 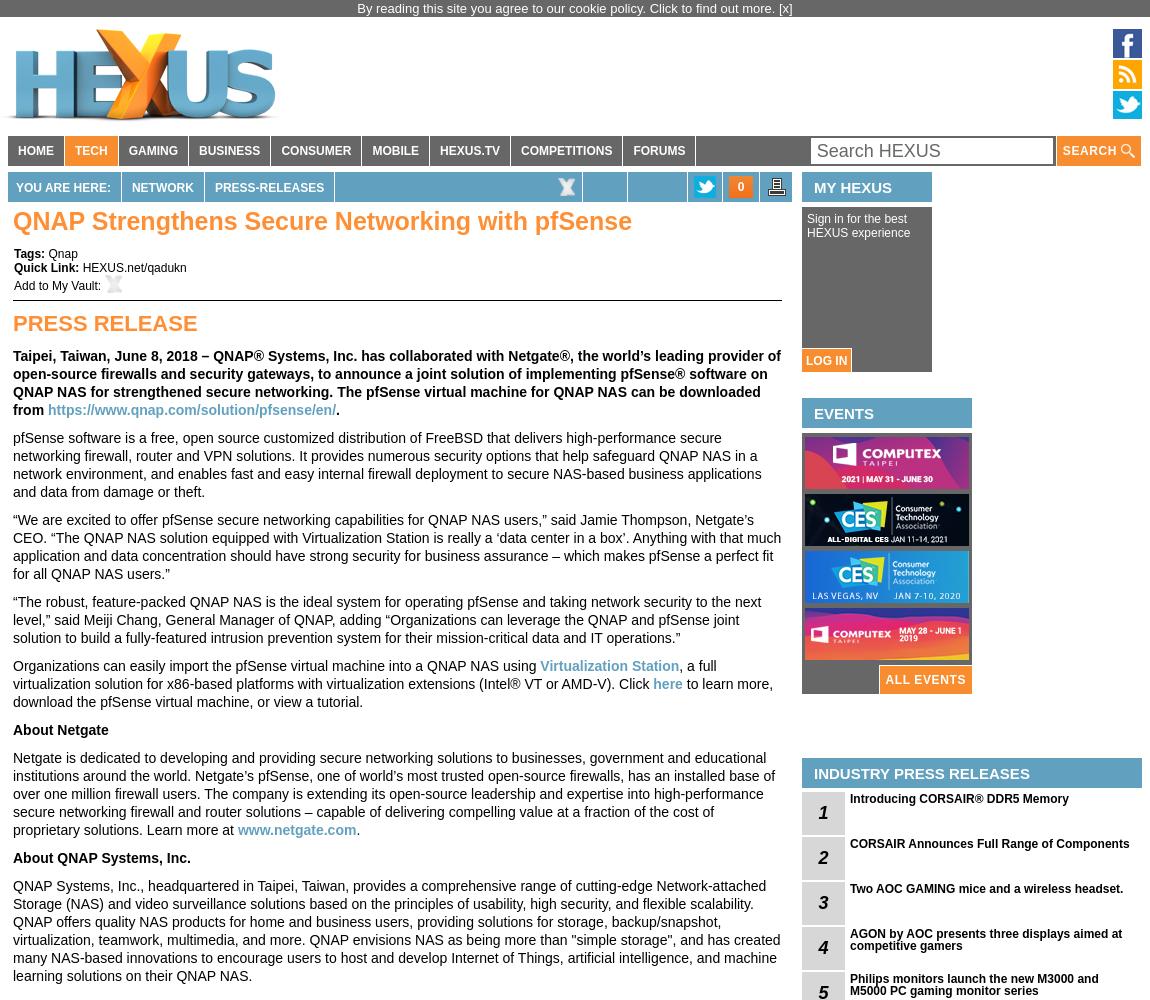 I want to click on 'Network', so click(x=129, y=188).